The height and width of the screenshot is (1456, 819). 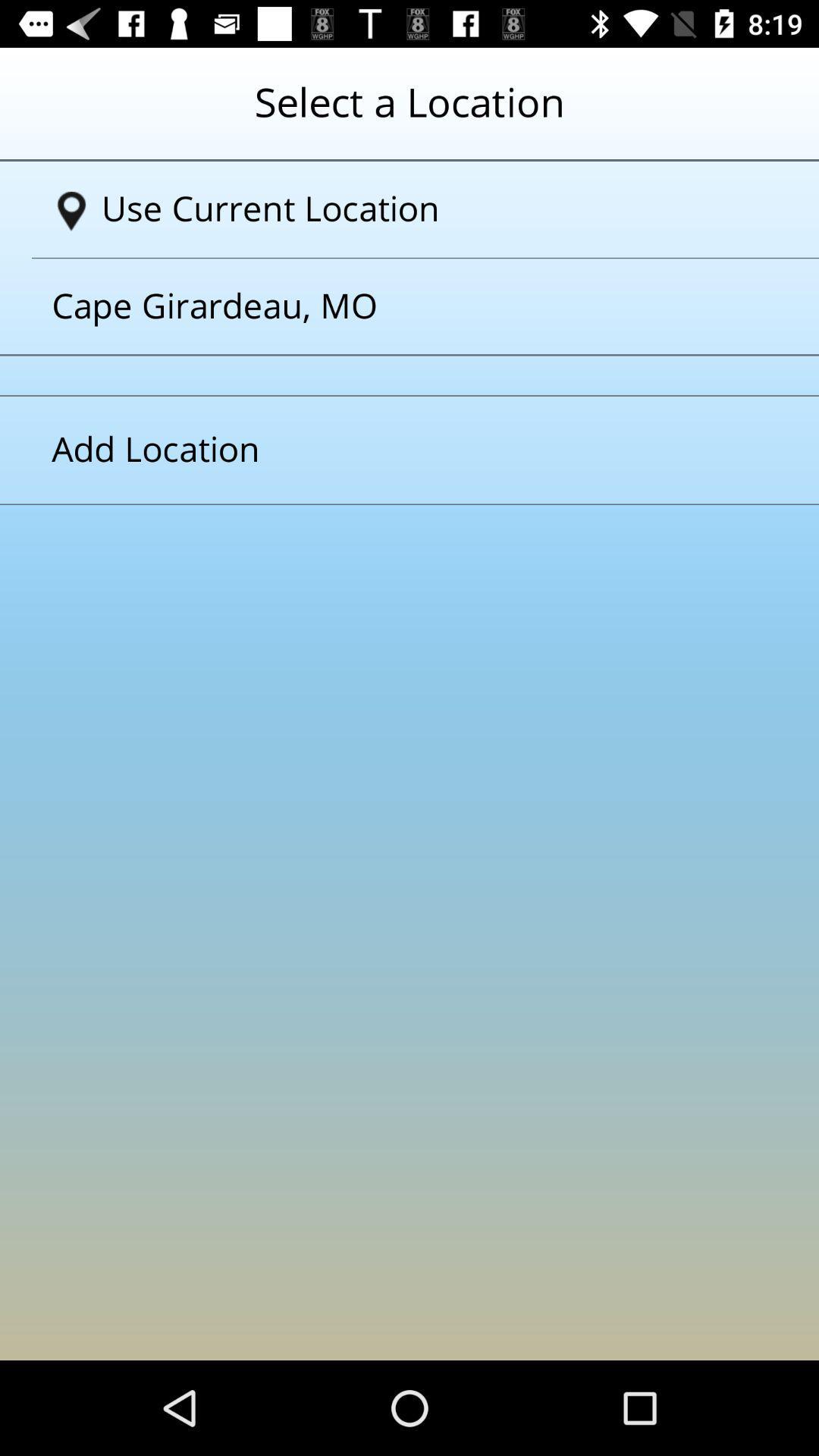 What do you see at coordinates (409, 113) in the screenshot?
I see `the text which is at the top` at bounding box center [409, 113].